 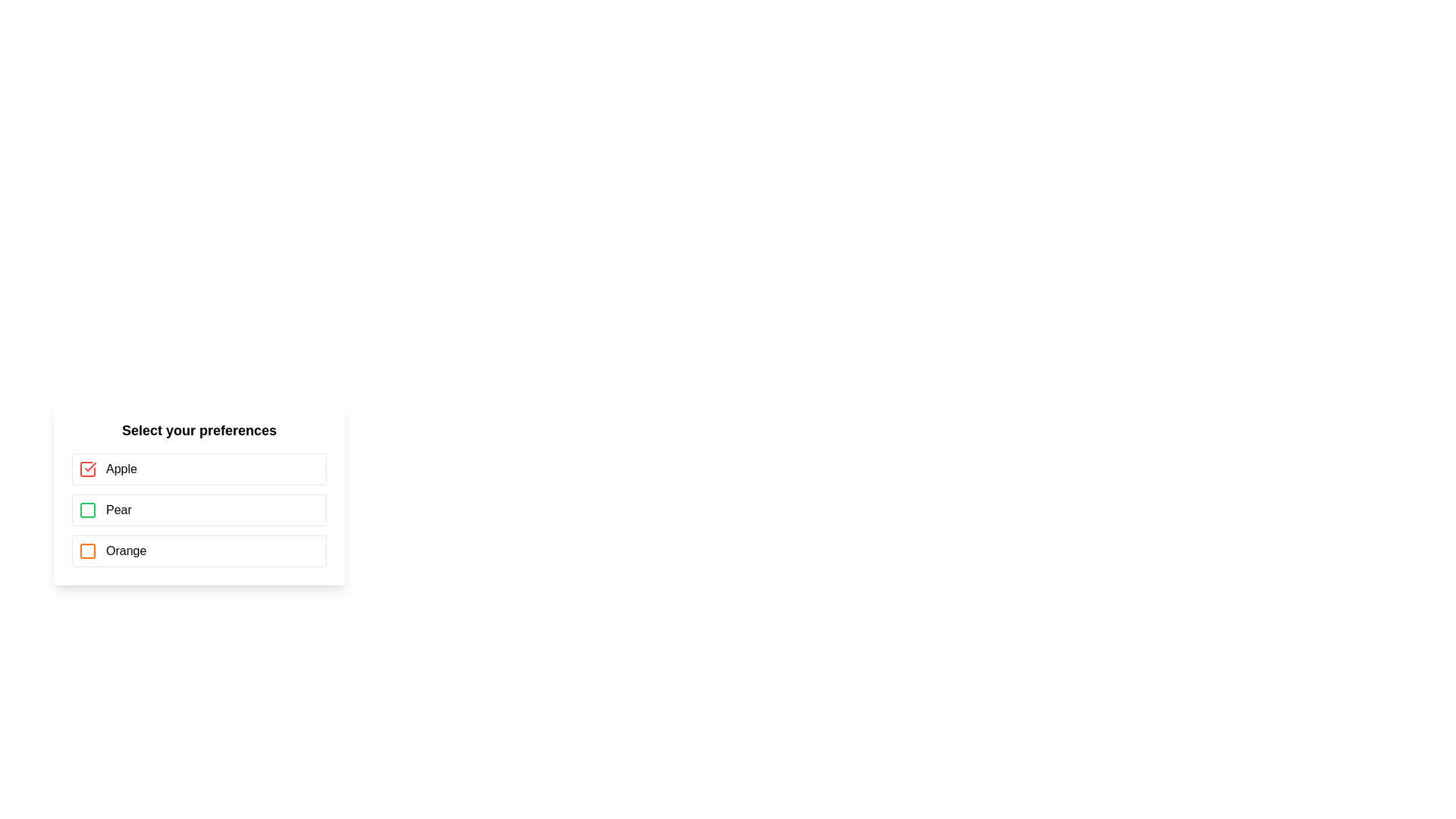 What do you see at coordinates (199, 510) in the screenshot?
I see `the checkbox labeled 'Pear' located between the 'Apple' and 'Orange' options in the preferences list` at bounding box center [199, 510].